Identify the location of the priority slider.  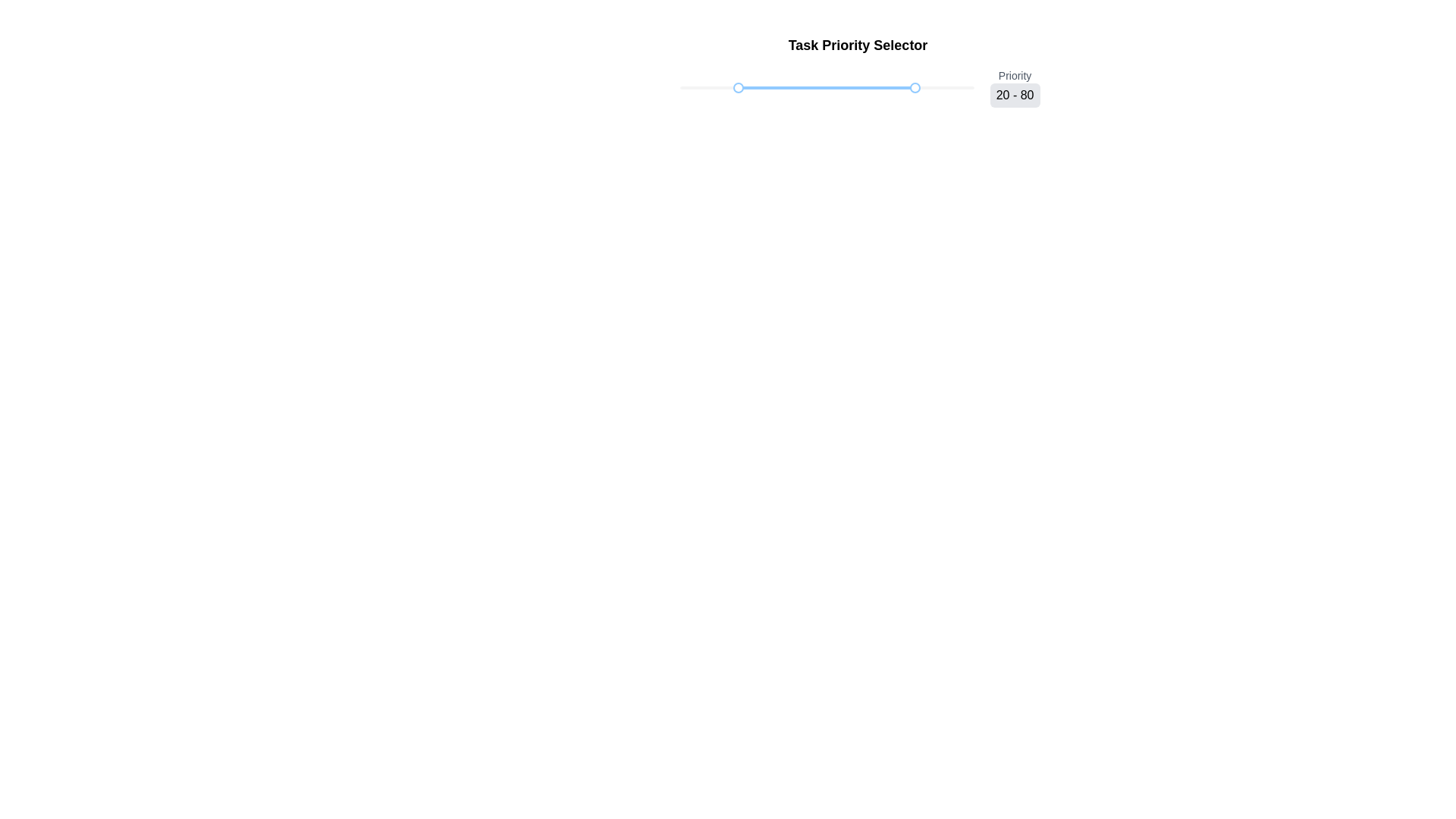
(866, 87).